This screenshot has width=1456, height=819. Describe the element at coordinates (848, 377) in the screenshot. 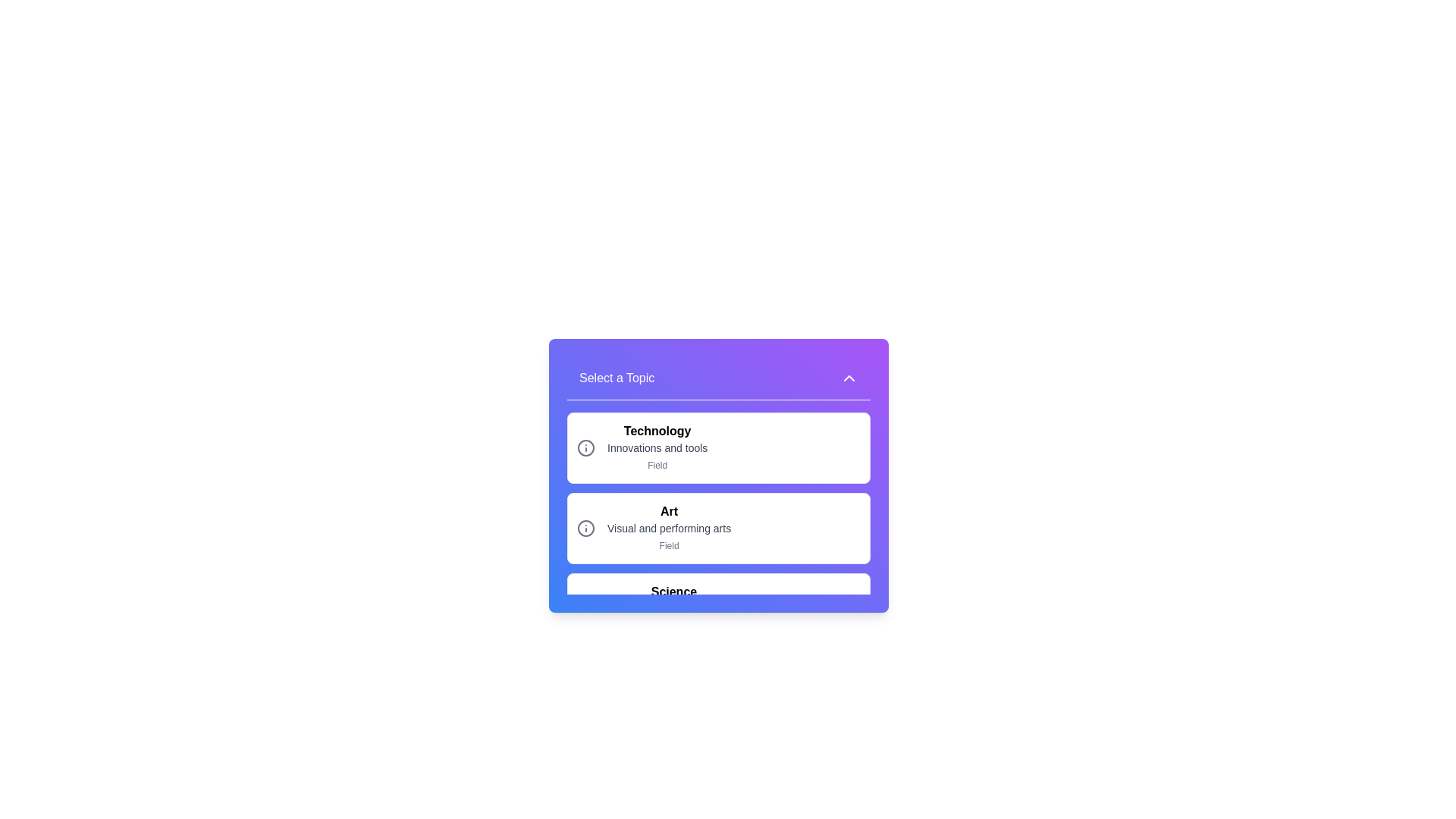

I see `the Dropdown toggle icon, which is a small downward-pointing chevron arrow located at the rightmost side of the 'Select a Topic' heading bar` at that location.